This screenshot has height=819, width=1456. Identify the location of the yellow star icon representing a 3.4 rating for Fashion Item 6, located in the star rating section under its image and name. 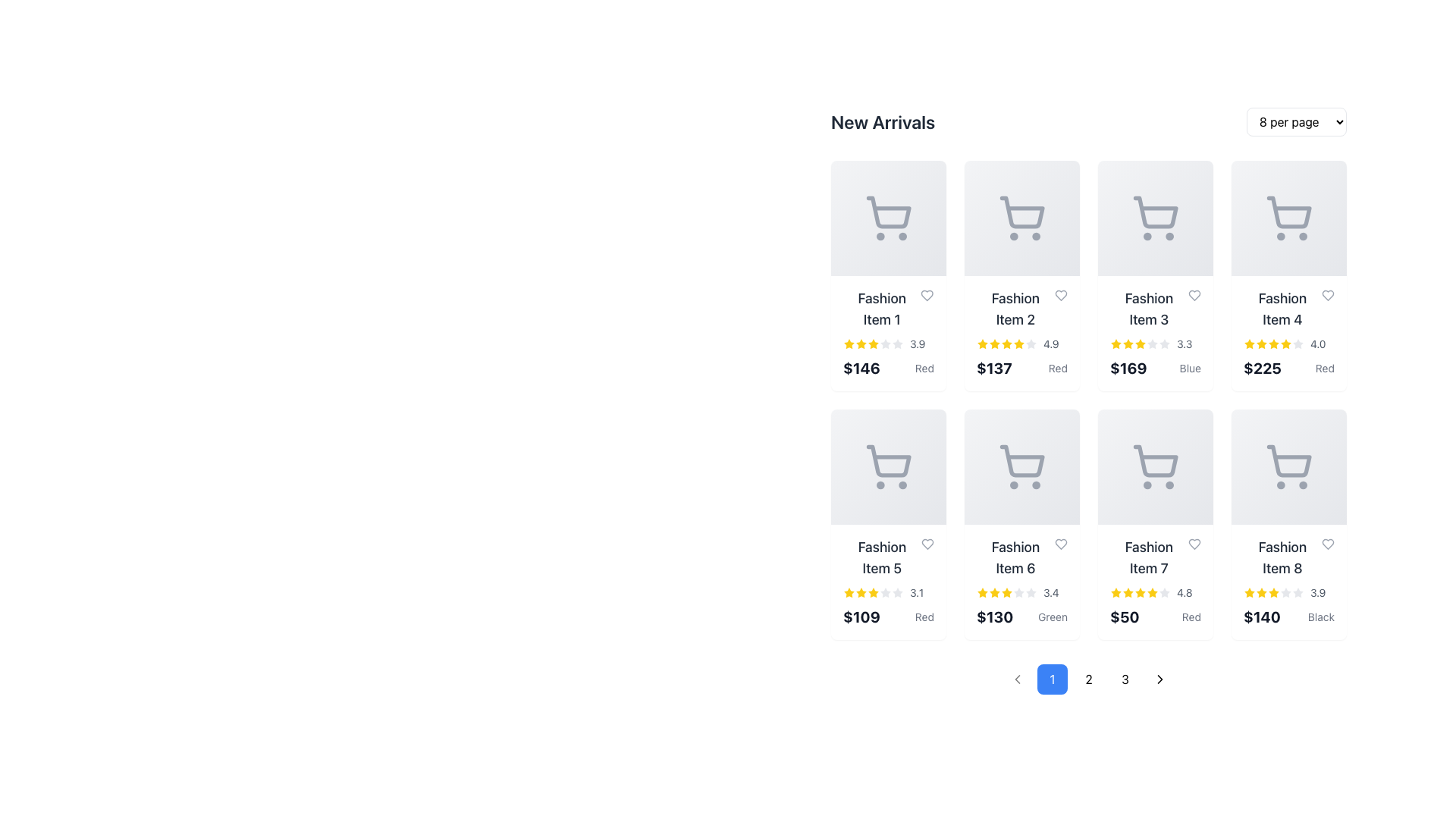
(994, 591).